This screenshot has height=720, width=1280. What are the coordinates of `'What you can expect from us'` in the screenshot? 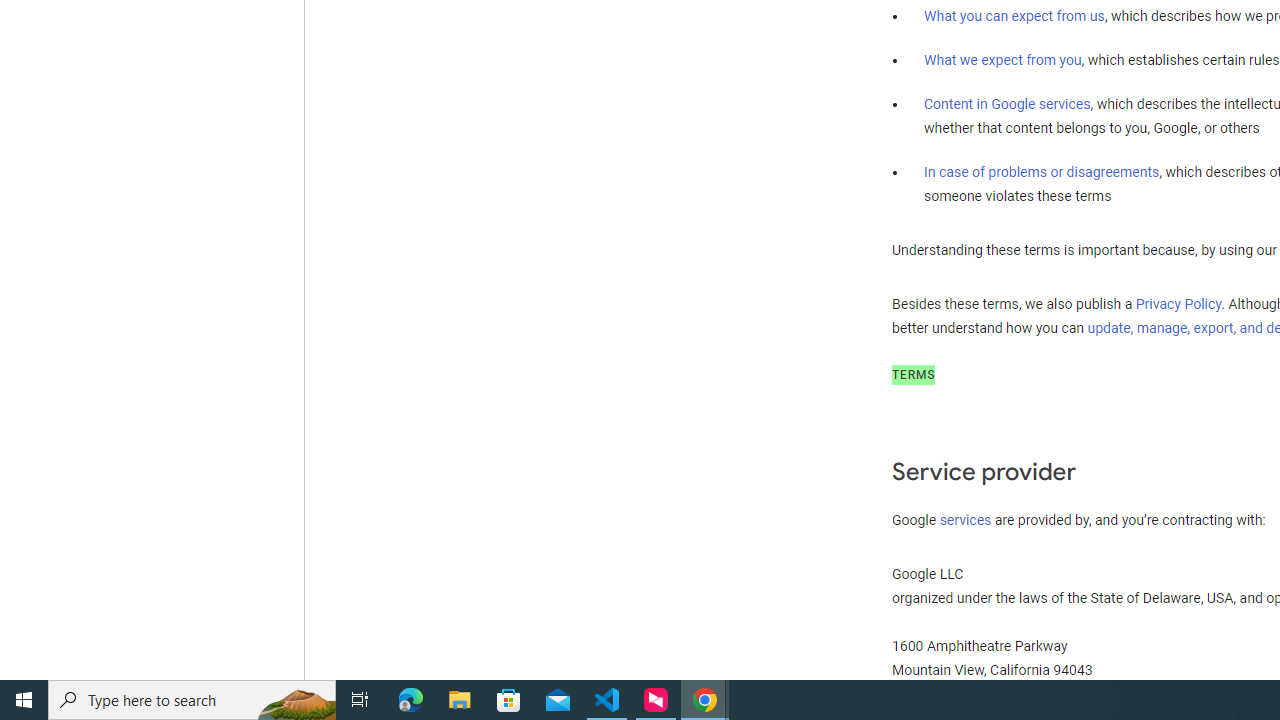 It's located at (1014, 16).